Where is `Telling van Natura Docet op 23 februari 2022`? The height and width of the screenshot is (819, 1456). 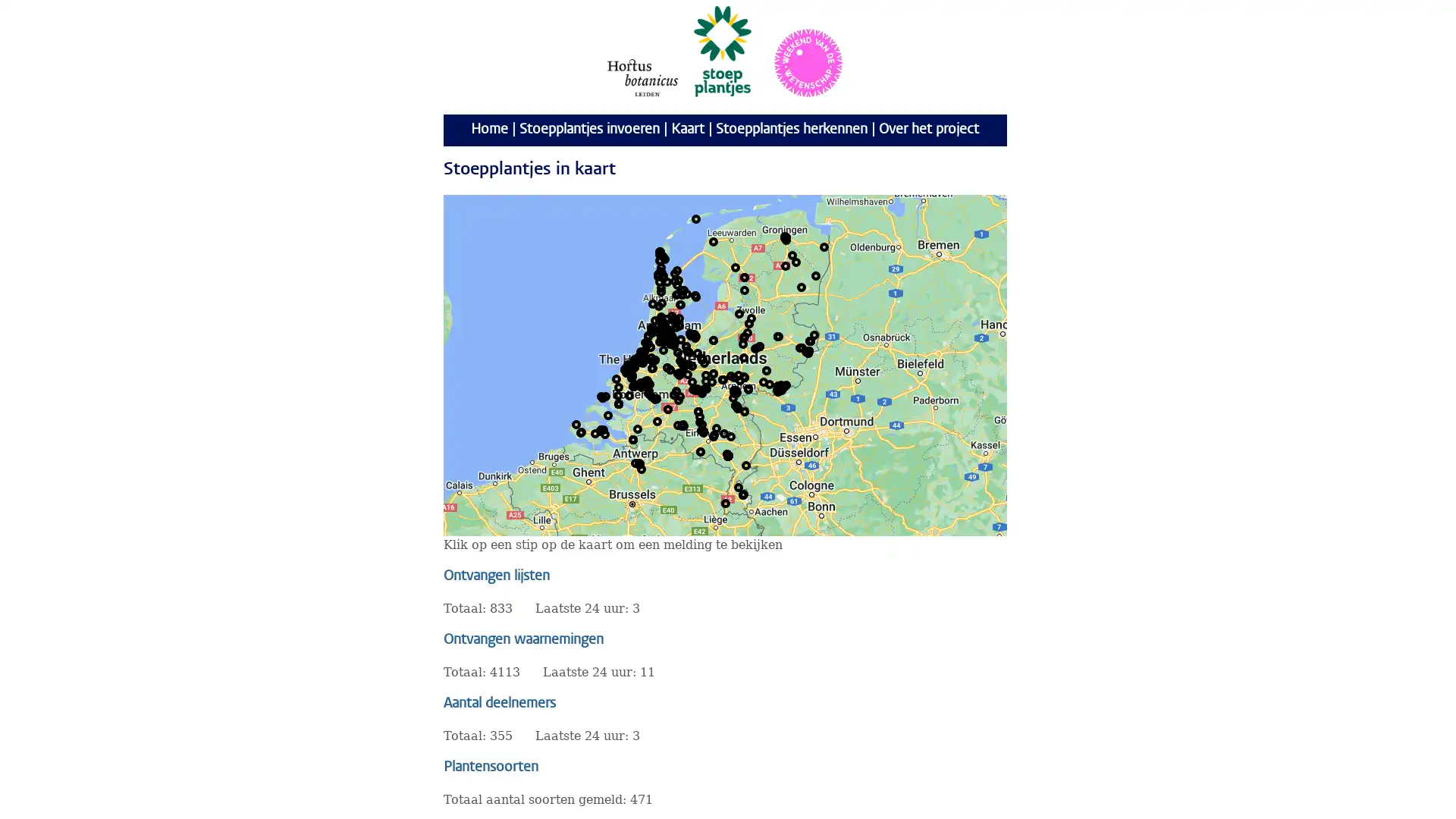
Telling van Natura Docet op 23 februari 2022 is located at coordinates (814, 333).